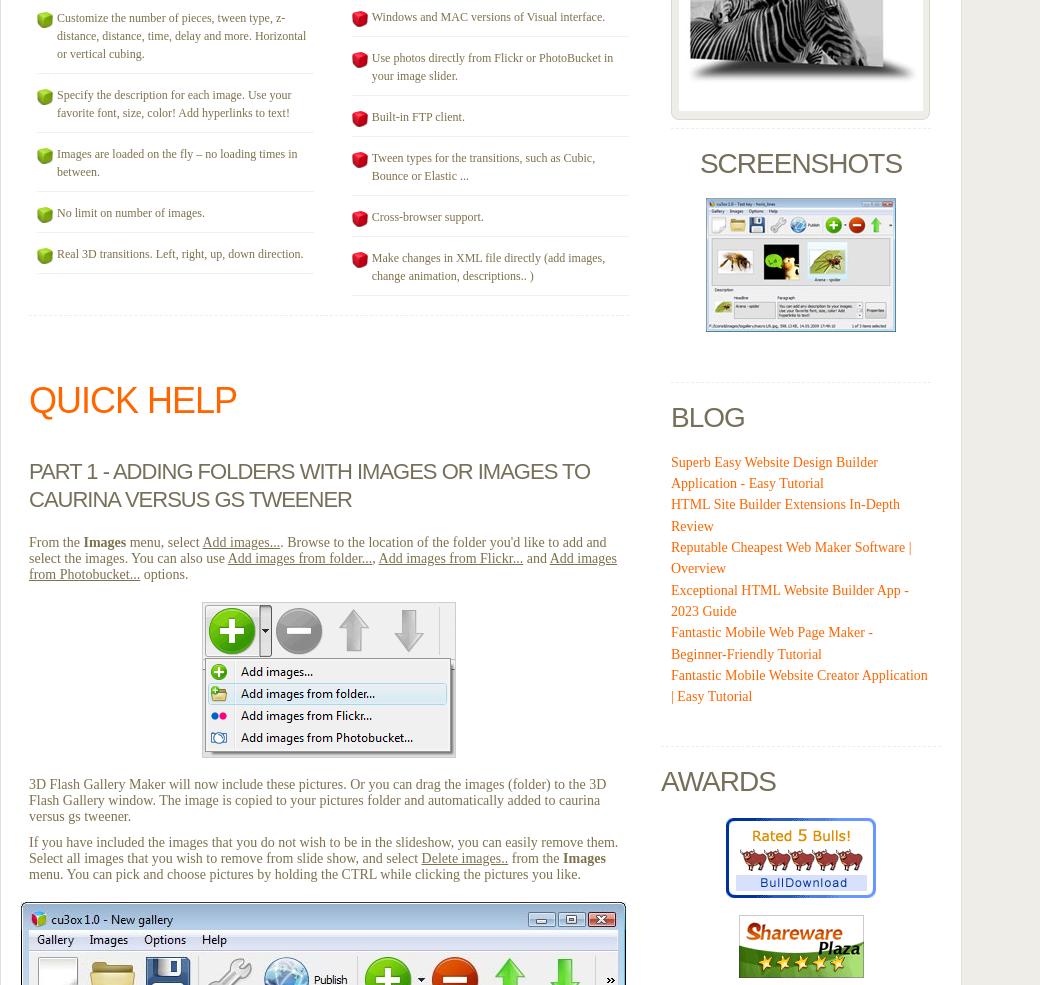 This screenshot has height=985, width=1040. I want to click on 'Specify the description for each image. Use your favorite font, size, color! Add hyperlinks to text!', so click(173, 104).